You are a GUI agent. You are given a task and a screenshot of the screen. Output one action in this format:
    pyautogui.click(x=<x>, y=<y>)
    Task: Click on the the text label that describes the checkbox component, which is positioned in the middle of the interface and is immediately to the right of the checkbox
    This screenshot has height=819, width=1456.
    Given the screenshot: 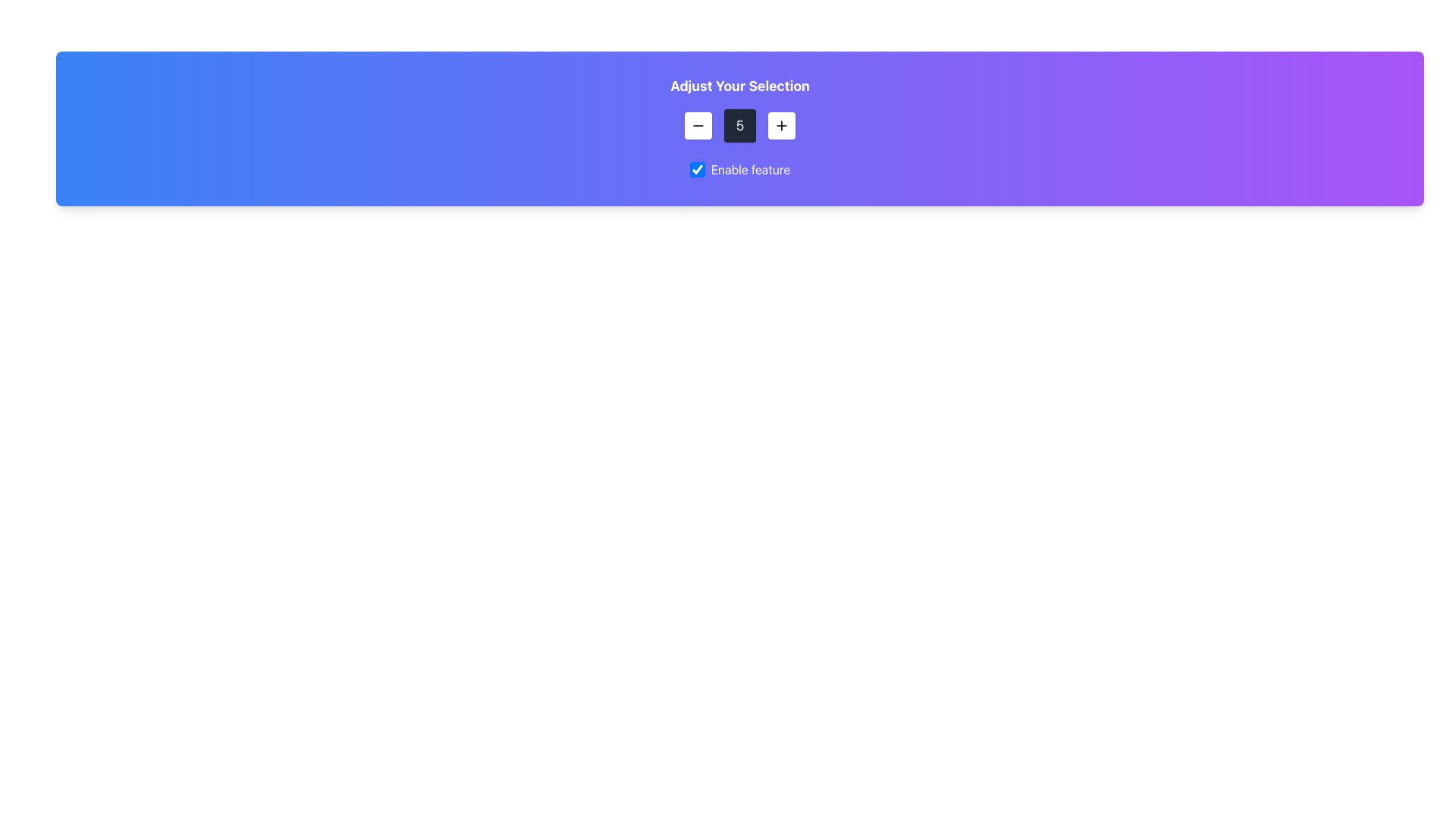 What is the action you would take?
    pyautogui.click(x=750, y=169)
    